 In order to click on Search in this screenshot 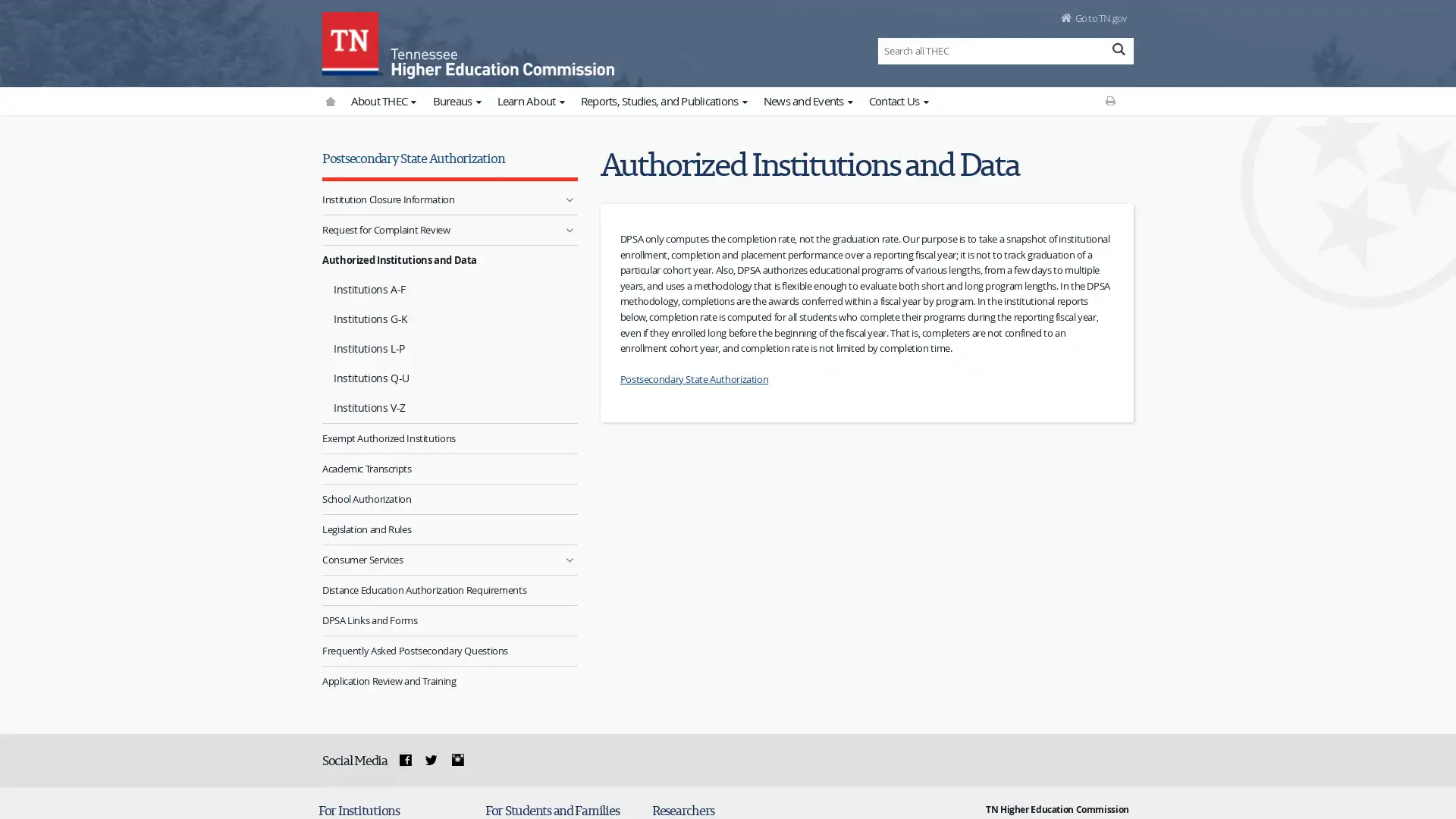, I will do `click(1117, 49)`.